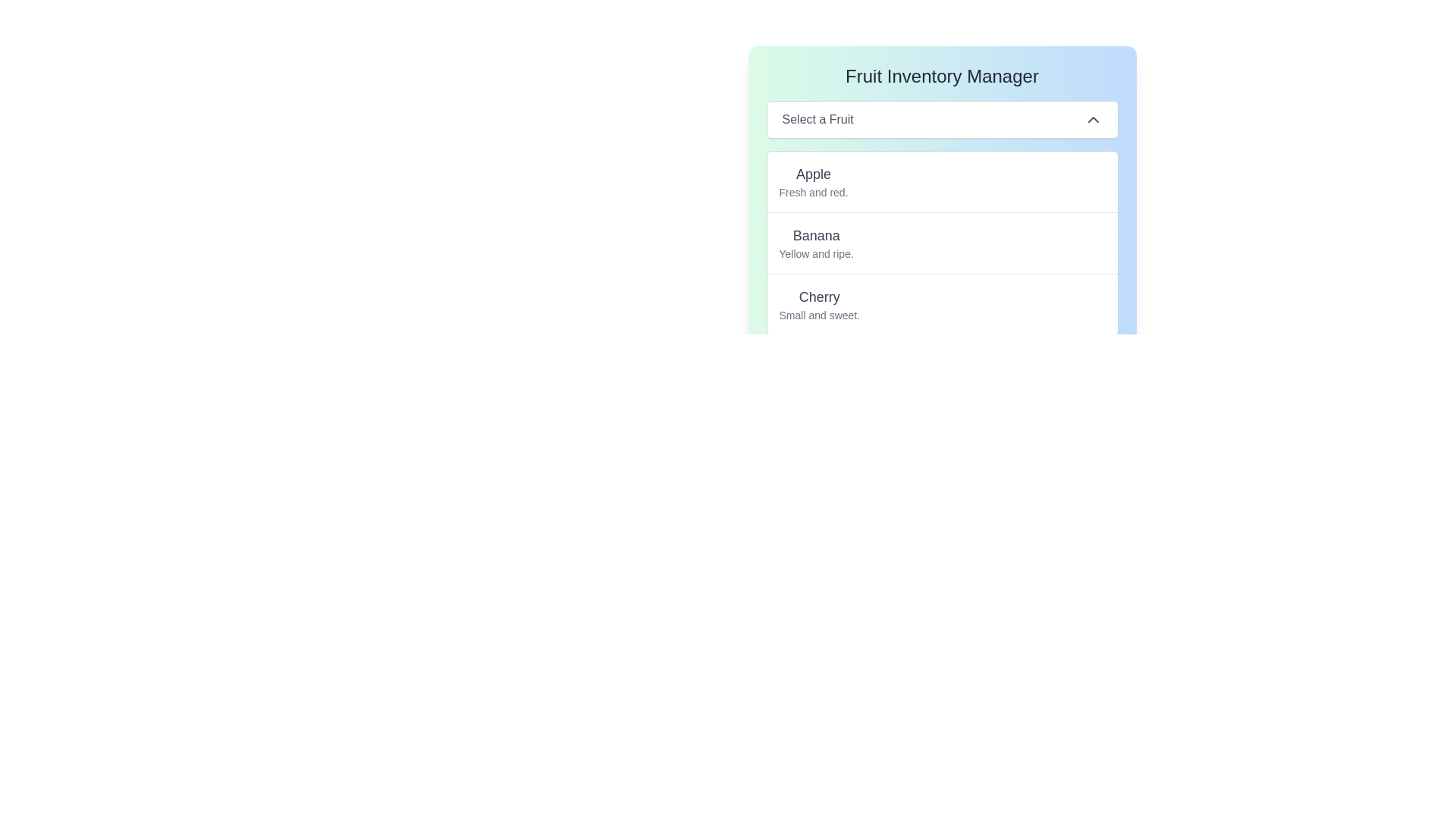 Image resolution: width=1456 pixels, height=819 pixels. What do you see at coordinates (941, 76) in the screenshot?
I see `the text label 'Fruit Inventory Manager', which is styled in a large font size and appears in dark gray on a gradient background` at bounding box center [941, 76].